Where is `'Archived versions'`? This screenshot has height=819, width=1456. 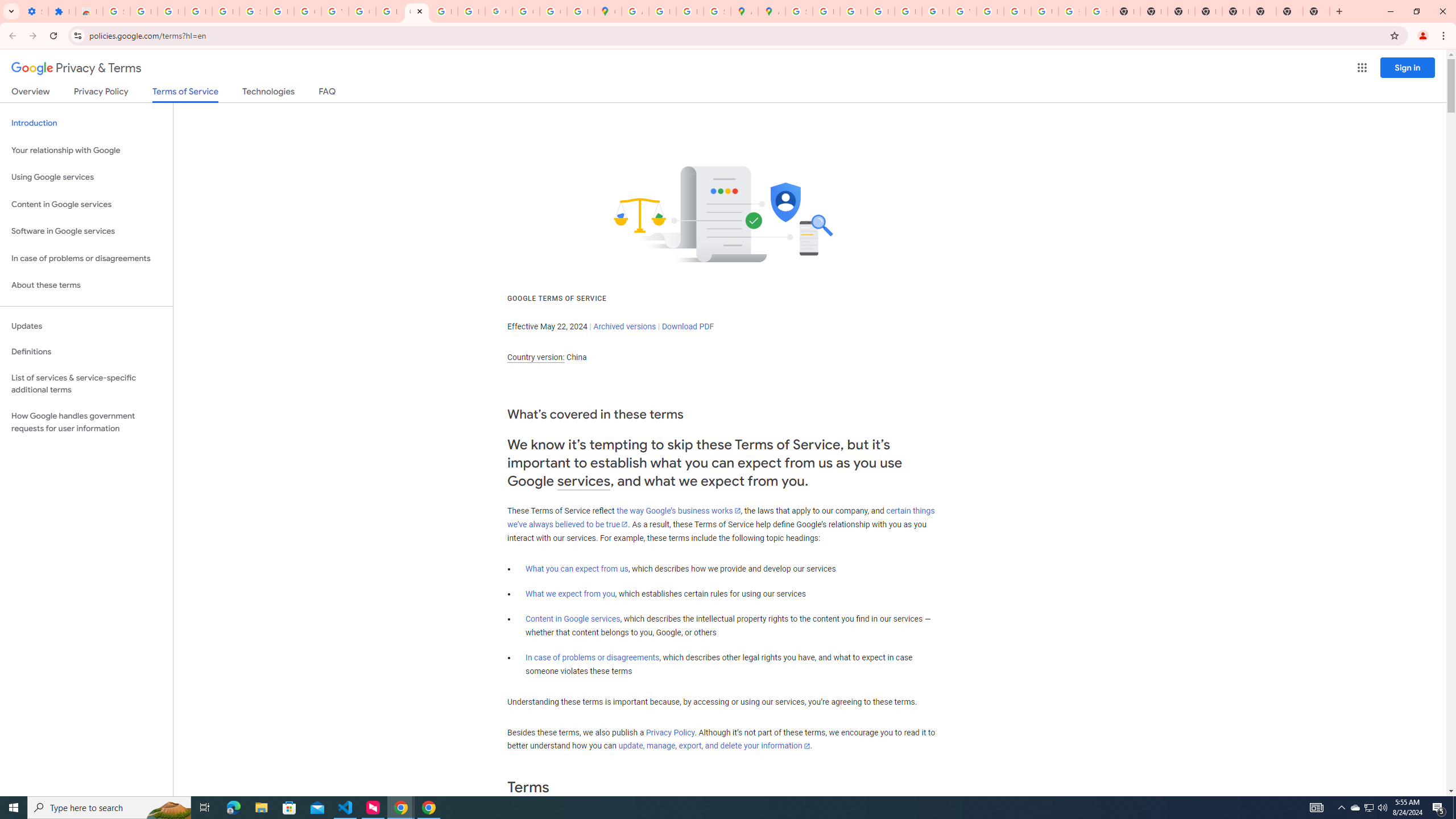 'Archived versions' is located at coordinates (624, 325).